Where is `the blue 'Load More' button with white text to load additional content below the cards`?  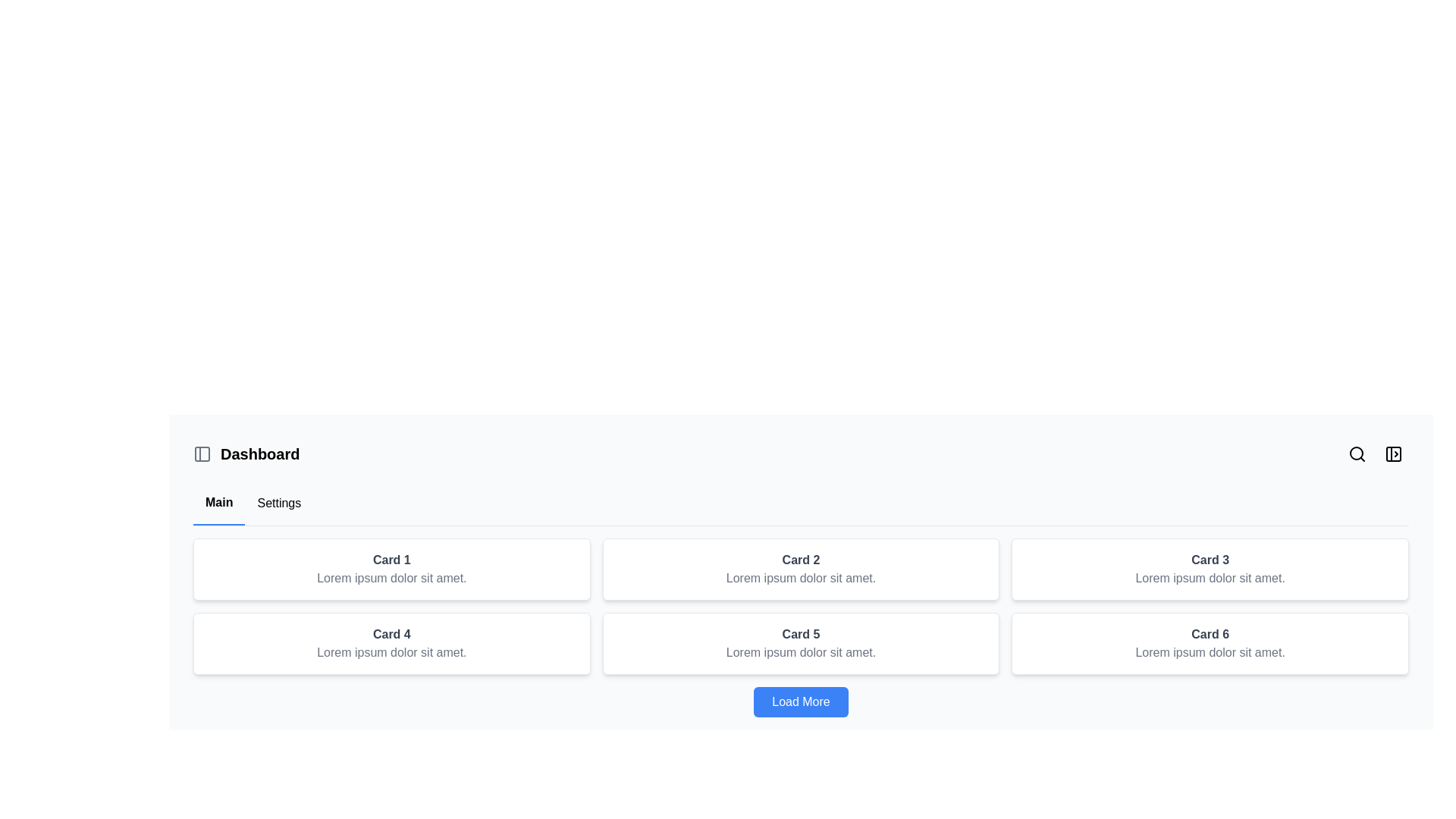
the blue 'Load More' button with white text to load additional content below the cards is located at coordinates (800, 701).